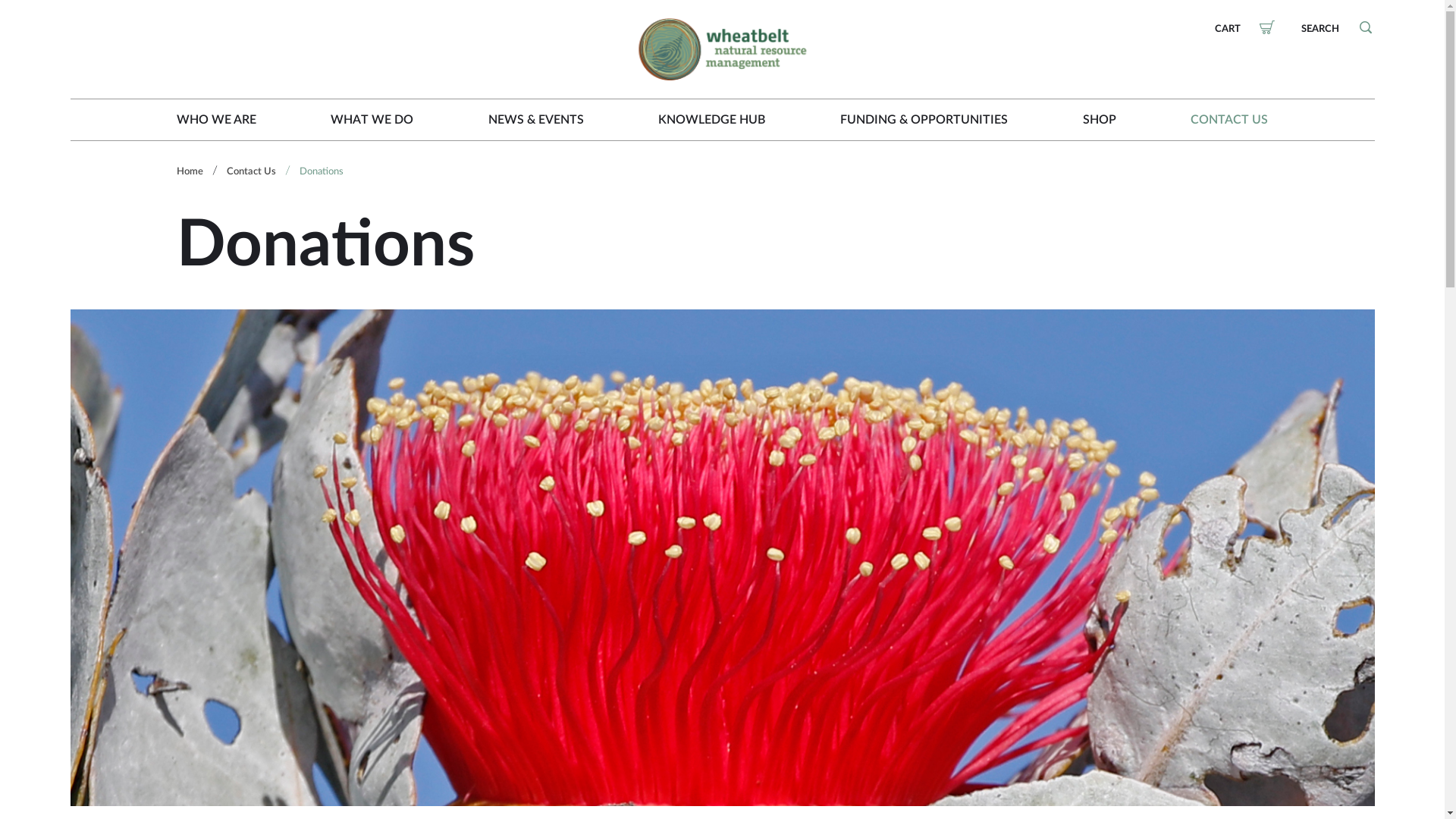 This screenshot has width=1456, height=819. Describe the element at coordinates (923, 119) in the screenshot. I see `'FUNDING & OPPORTUNITIES'` at that location.